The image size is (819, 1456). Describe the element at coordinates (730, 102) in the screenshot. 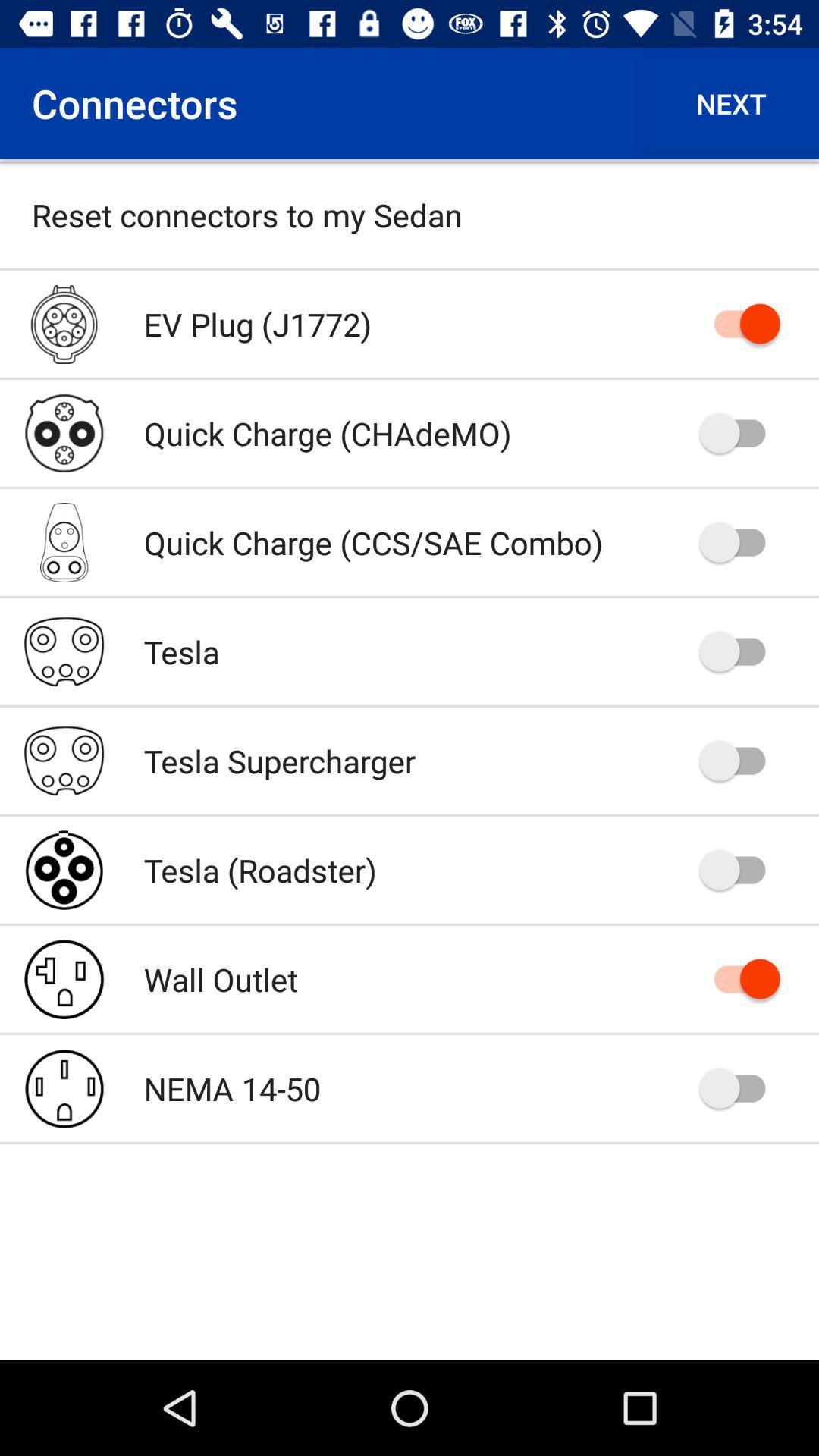

I see `item next to the connectors` at that location.